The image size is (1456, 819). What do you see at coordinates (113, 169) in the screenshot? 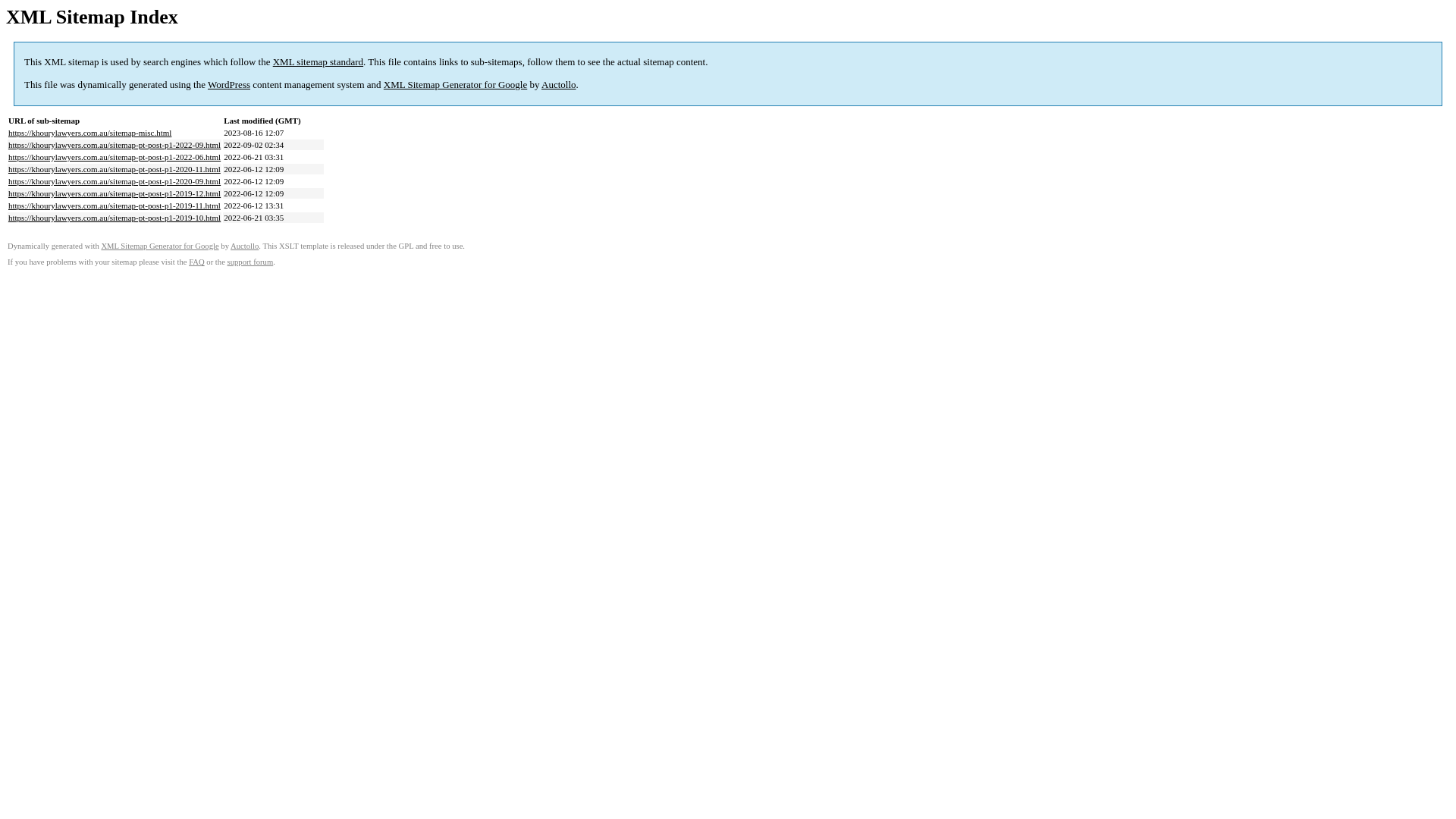
I see `'https://khourylawyers.com.au/sitemap-pt-post-p1-2020-11.html'` at bounding box center [113, 169].